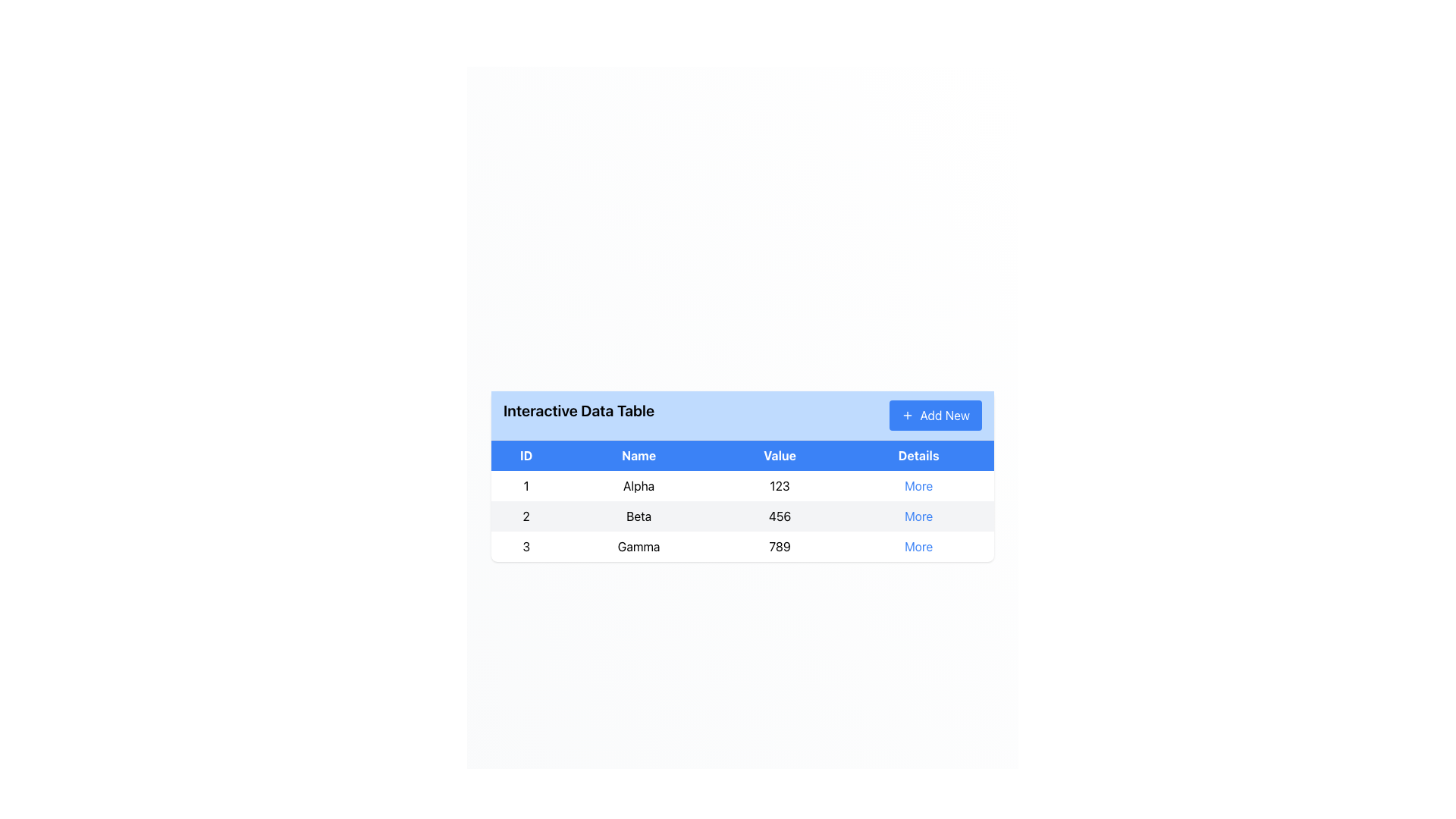  Describe the element at coordinates (918, 515) in the screenshot. I see `the button in the second row of the table under the Details column, located to the right of the '456' entry in the Value column` at that location.